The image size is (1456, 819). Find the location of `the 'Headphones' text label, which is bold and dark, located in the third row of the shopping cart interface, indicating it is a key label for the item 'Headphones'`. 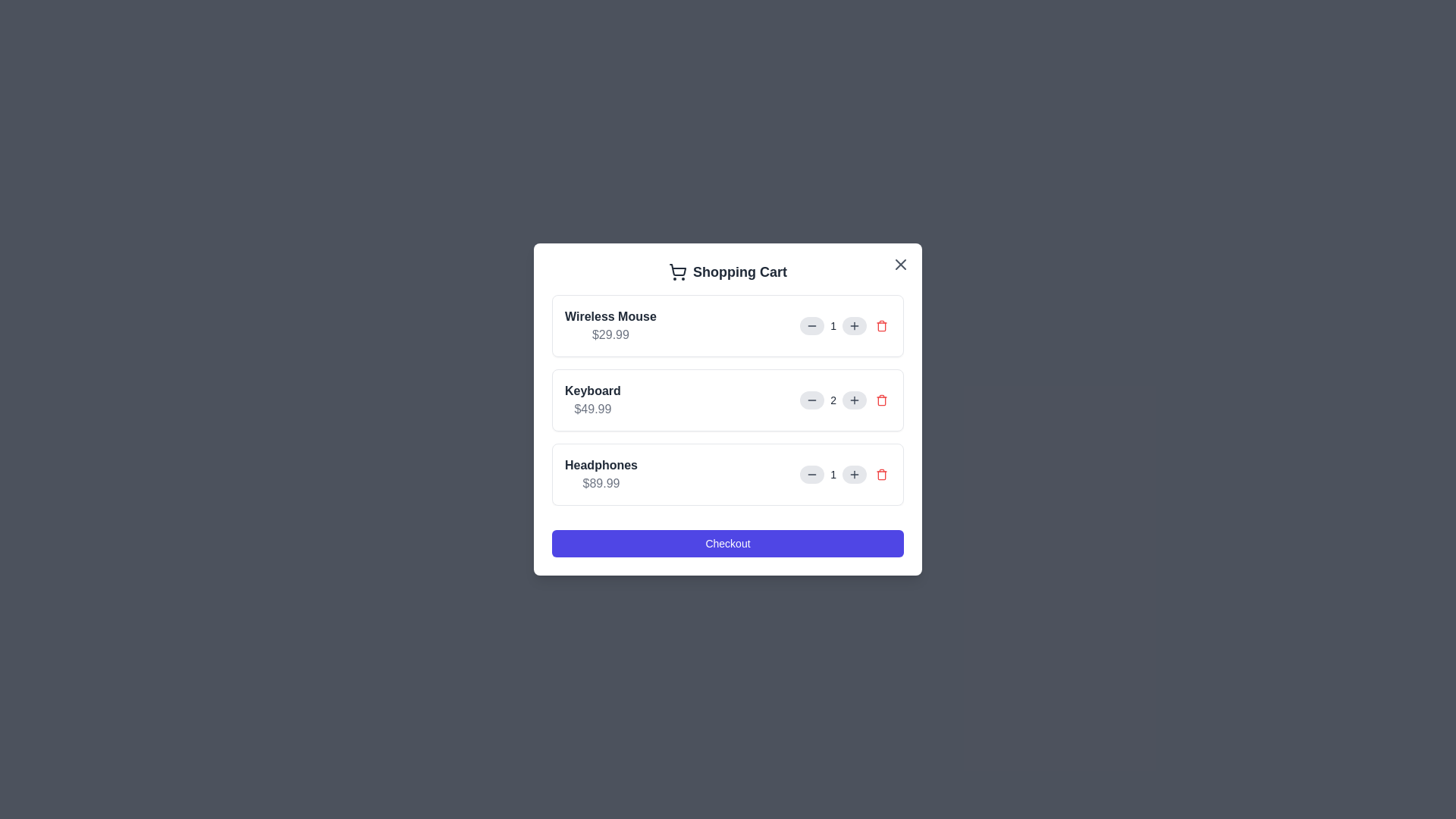

the 'Headphones' text label, which is bold and dark, located in the third row of the shopping cart interface, indicating it is a key label for the item 'Headphones' is located at coordinates (600, 464).